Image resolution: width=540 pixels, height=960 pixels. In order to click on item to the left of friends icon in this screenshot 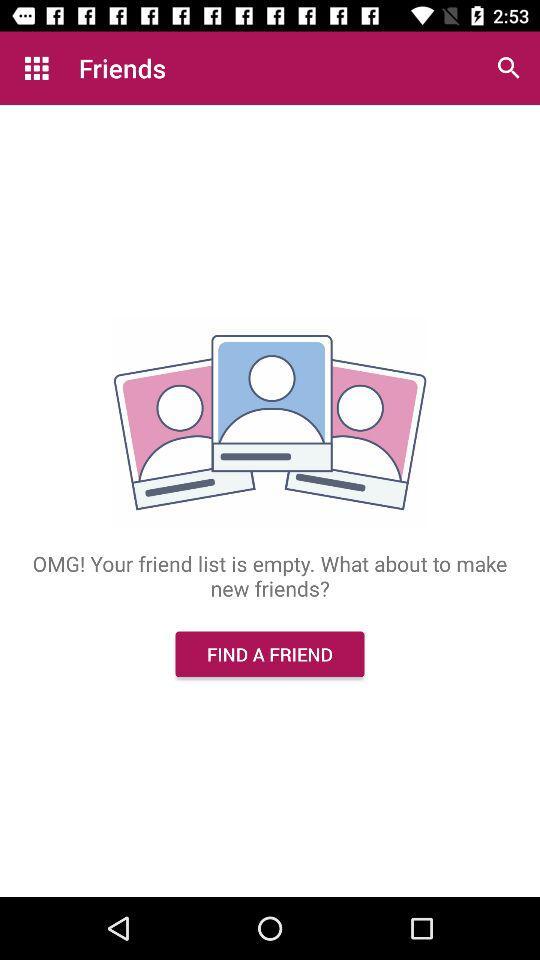, I will do `click(36, 68)`.